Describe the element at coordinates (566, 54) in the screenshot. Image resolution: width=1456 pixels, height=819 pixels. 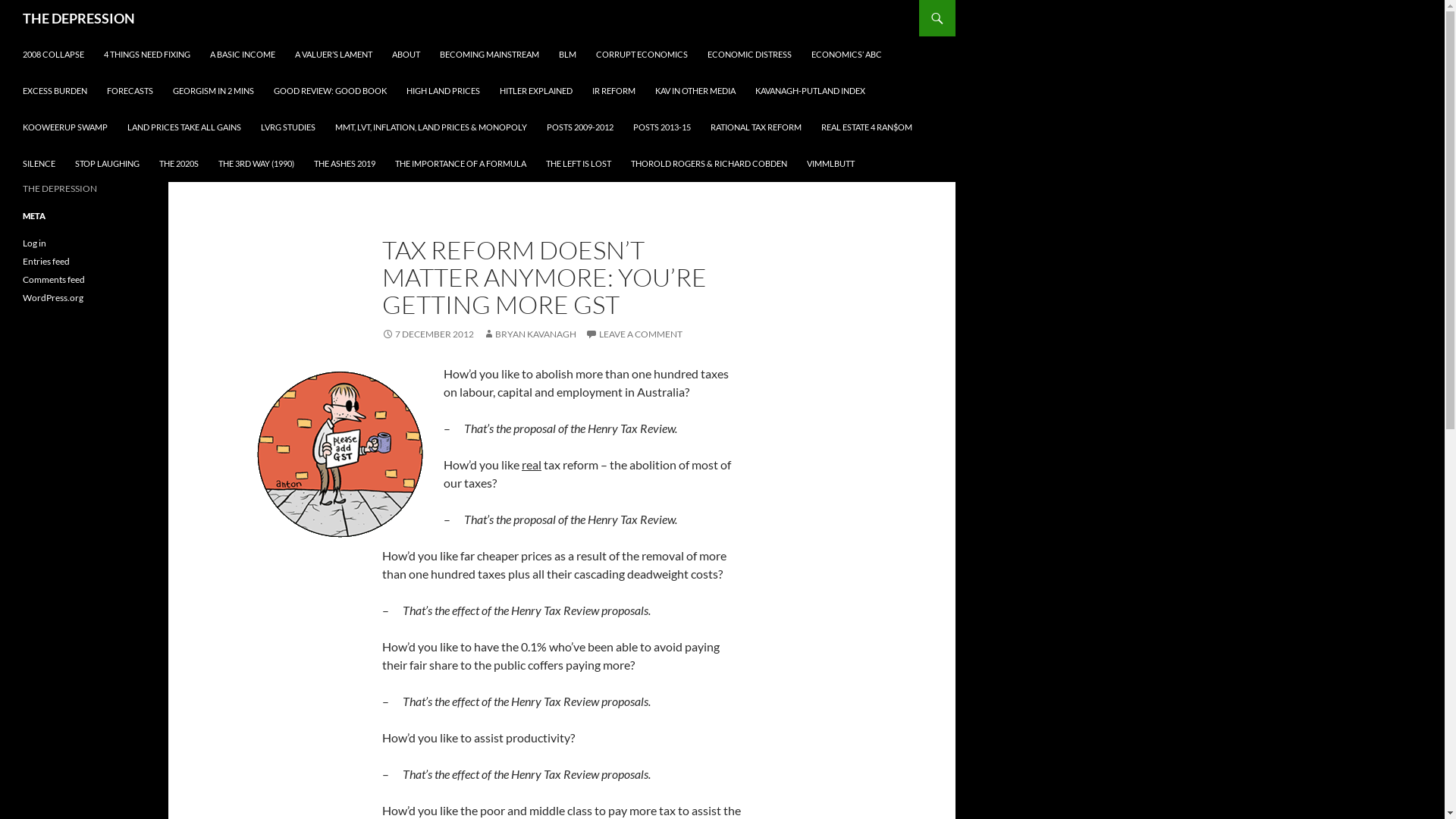
I see `'BLM'` at that location.